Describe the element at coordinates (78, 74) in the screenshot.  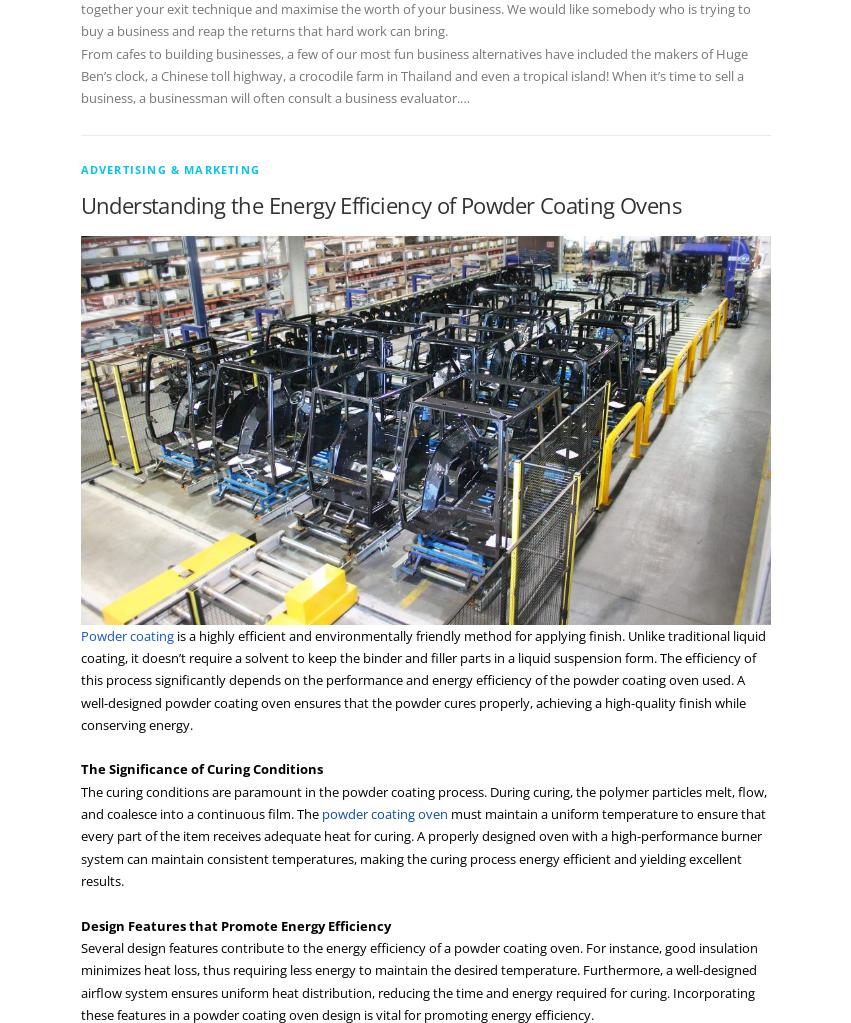
I see `'From cafes to building businesses, a few of our most fun business alternatives have included the makers of Huge Ben’s clock, a Chinese toll highway, a crocodile farm in Thailand and even a tropical island! When it’s time to sell a business, a businessman will often consult a business evaluator.…'` at that location.